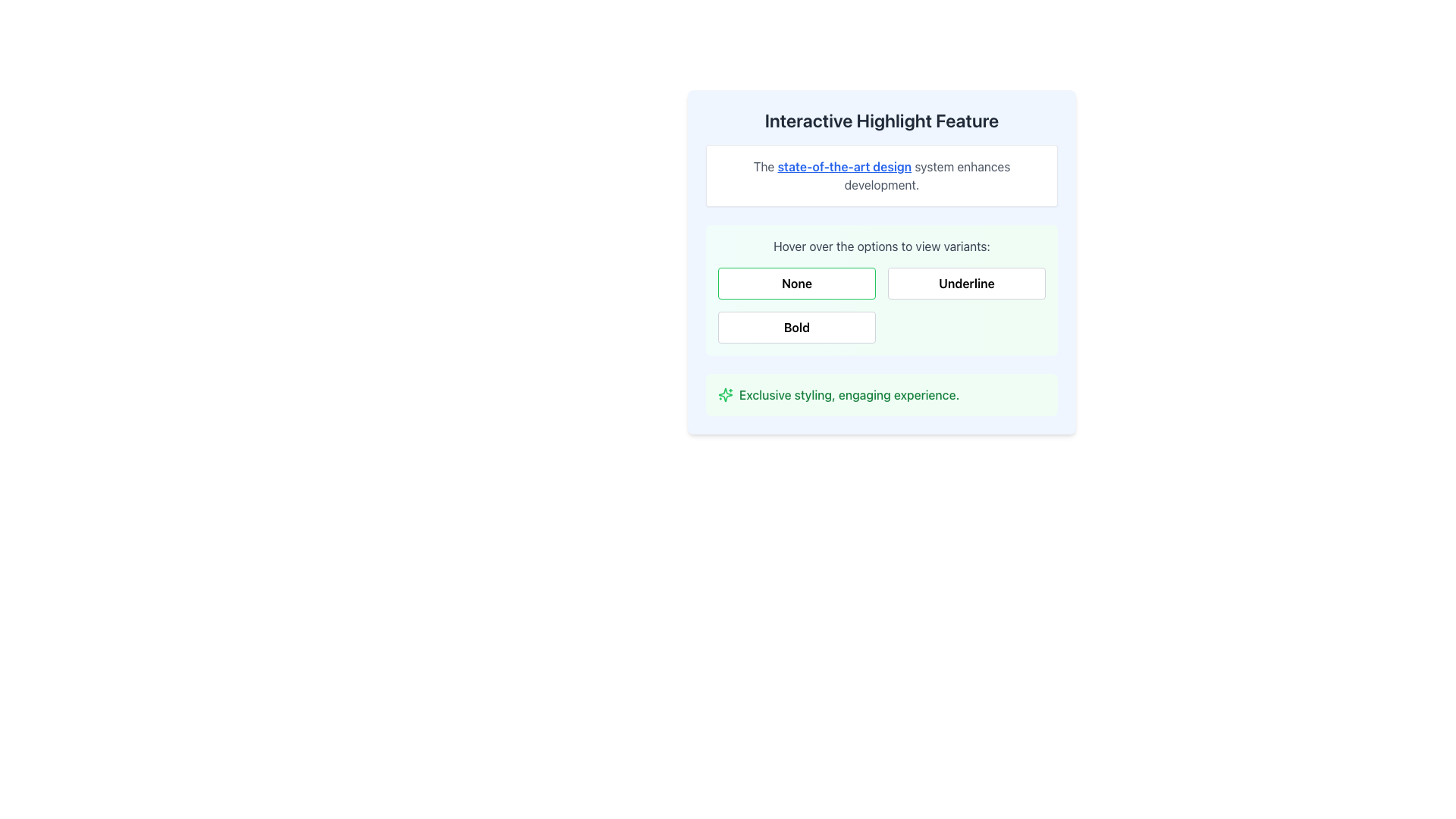  Describe the element at coordinates (881, 262) in the screenshot. I see `the interactive buttons on the central showcase panel` at that location.